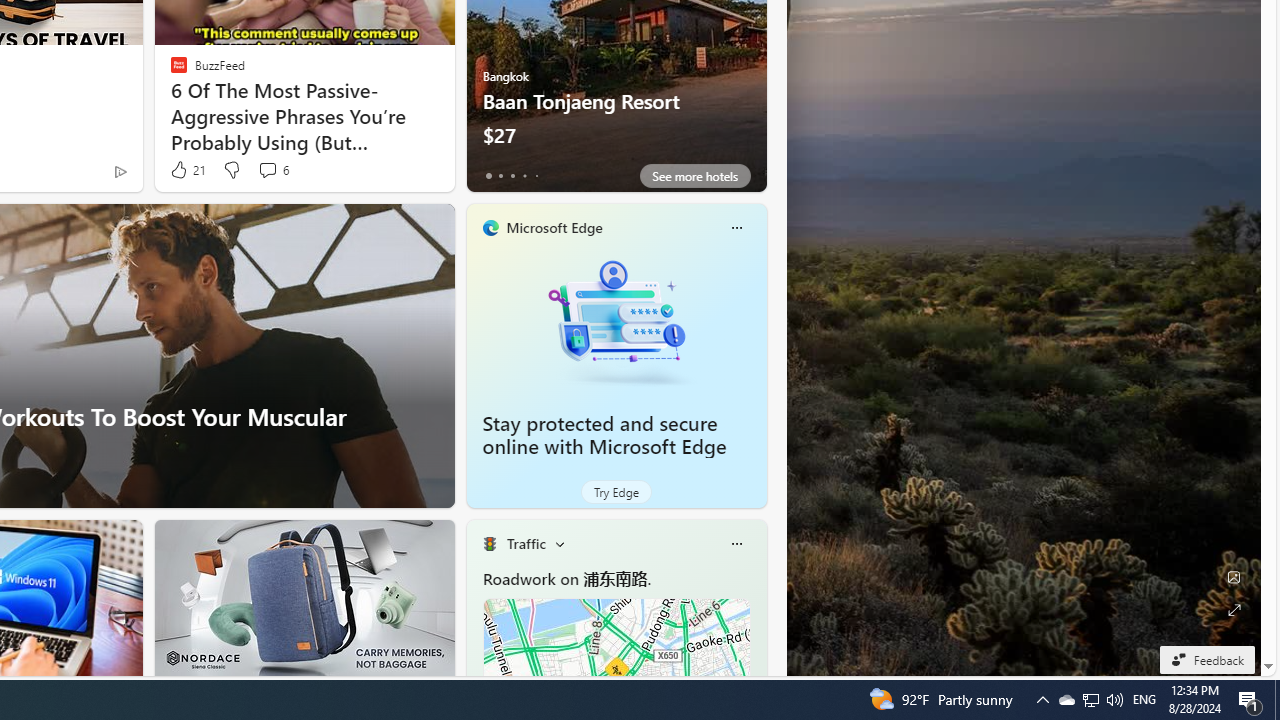 This screenshot has width=1280, height=720. Describe the element at coordinates (186, 169) in the screenshot. I see `'21 Like'` at that location.